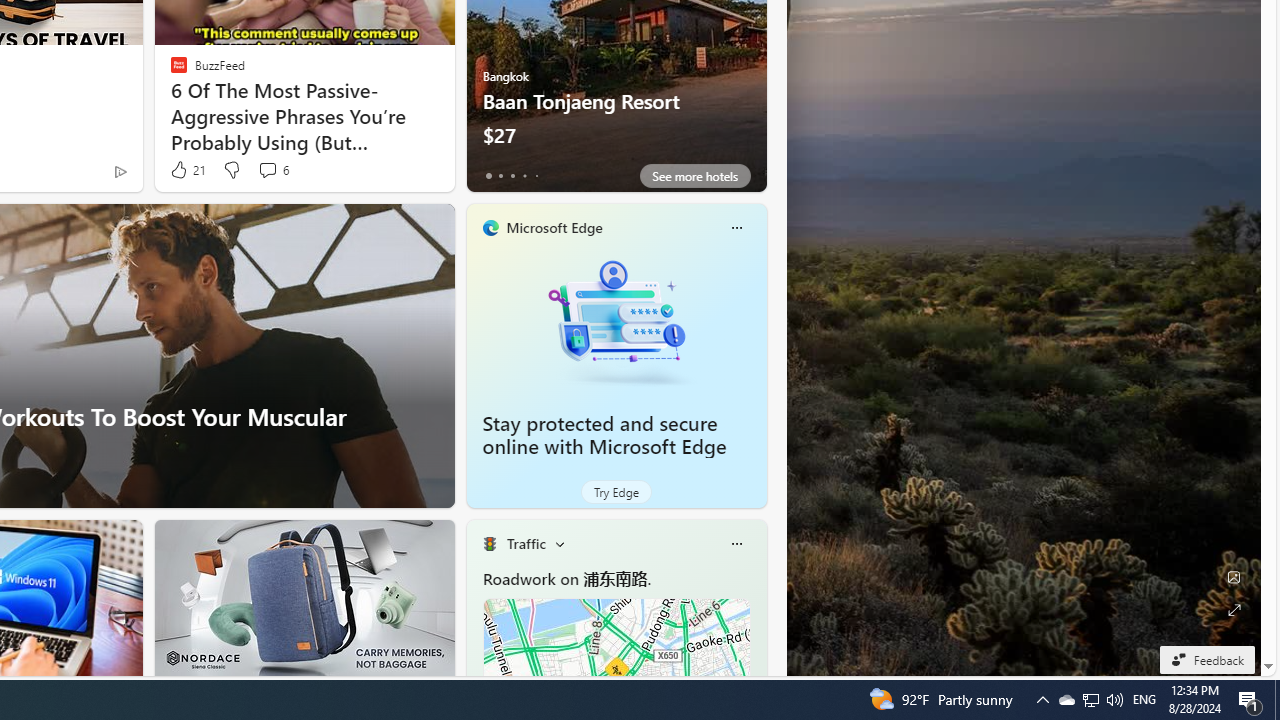 This screenshot has width=1280, height=720. Describe the element at coordinates (186, 169) in the screenshot. I see `'21 Like'` at that location.